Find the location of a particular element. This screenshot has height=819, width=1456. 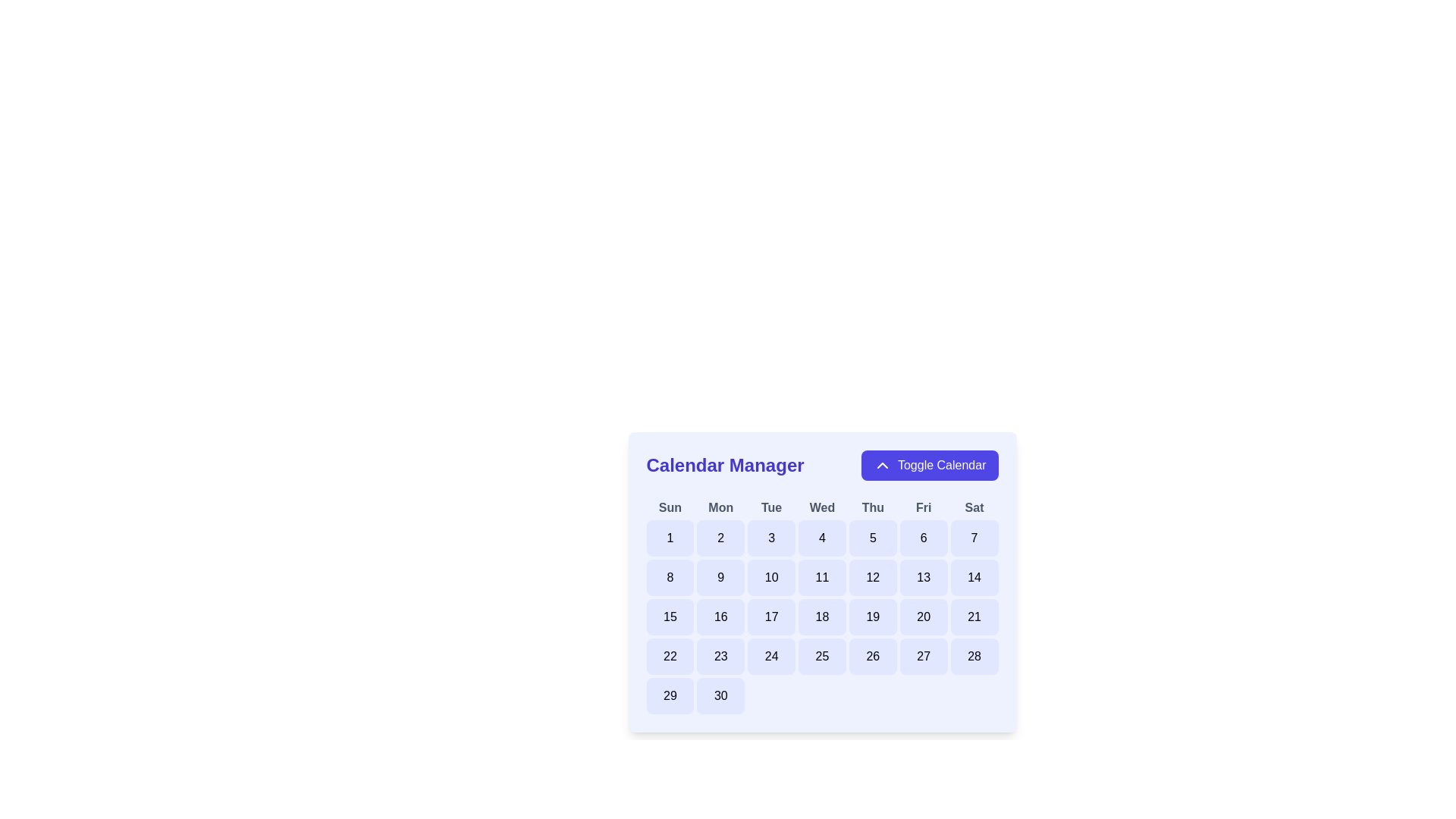

the button labeled '14' is located at coordinates (974, 578).